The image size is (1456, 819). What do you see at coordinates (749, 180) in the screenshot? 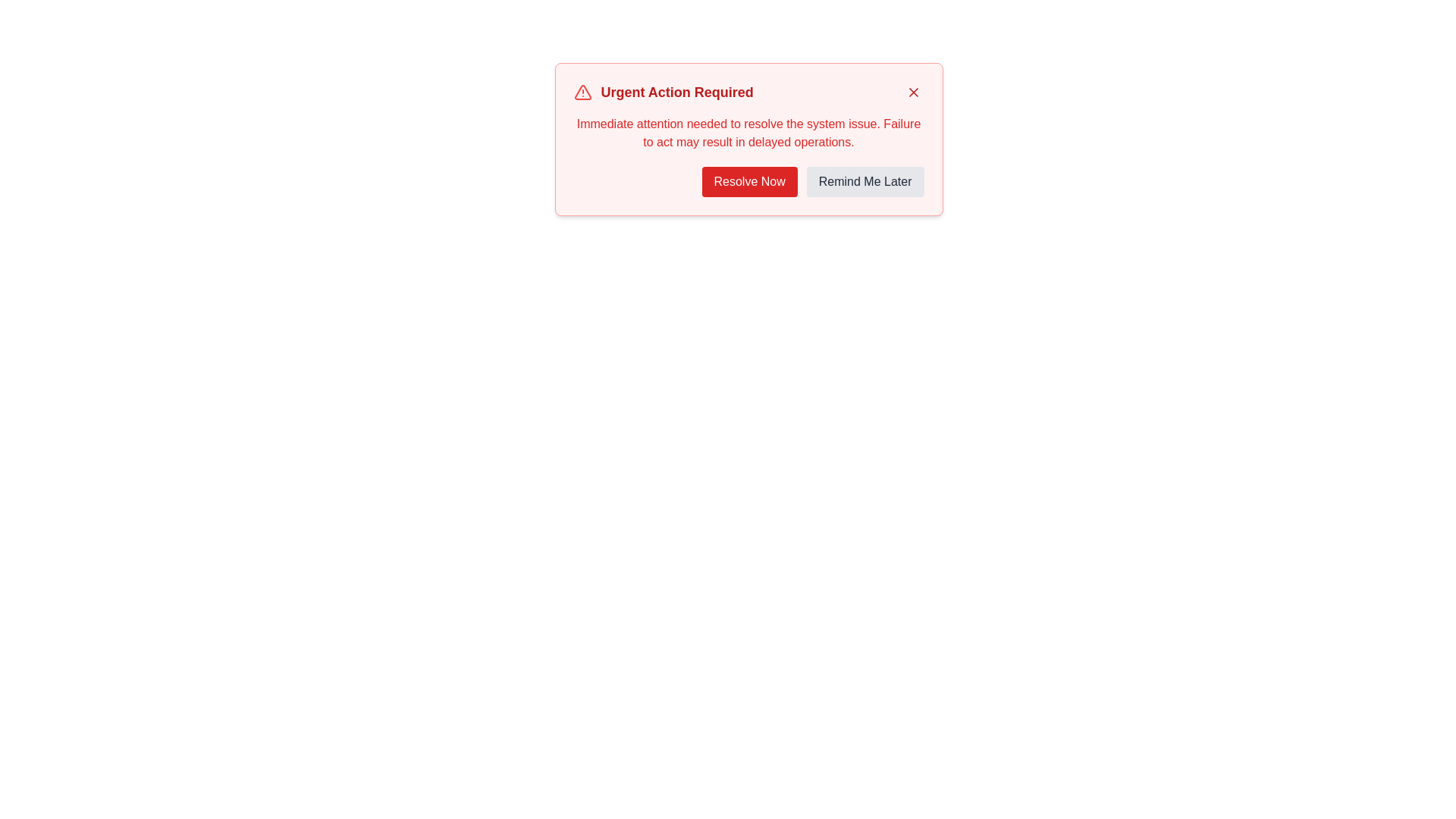
I see `the leftmost button in the card-like interface` at bounding box center [749, 180].